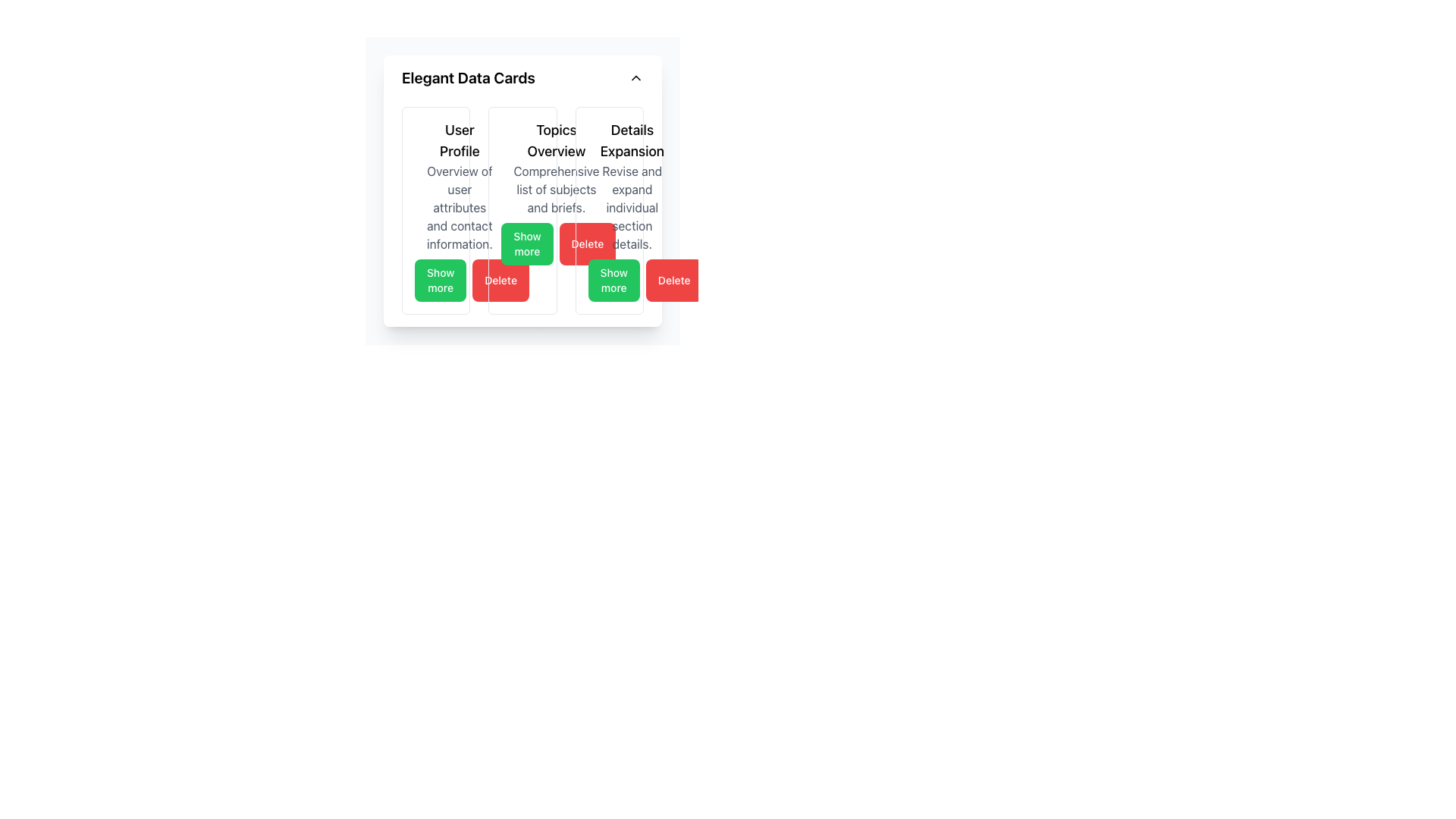  Describe the element at coordinates (632, 140) in the screenshot. I see `the 'Details Expansion' static text label, which is styled with a larger, bold font and located at the top of the third column in a three-column layout` at that location.